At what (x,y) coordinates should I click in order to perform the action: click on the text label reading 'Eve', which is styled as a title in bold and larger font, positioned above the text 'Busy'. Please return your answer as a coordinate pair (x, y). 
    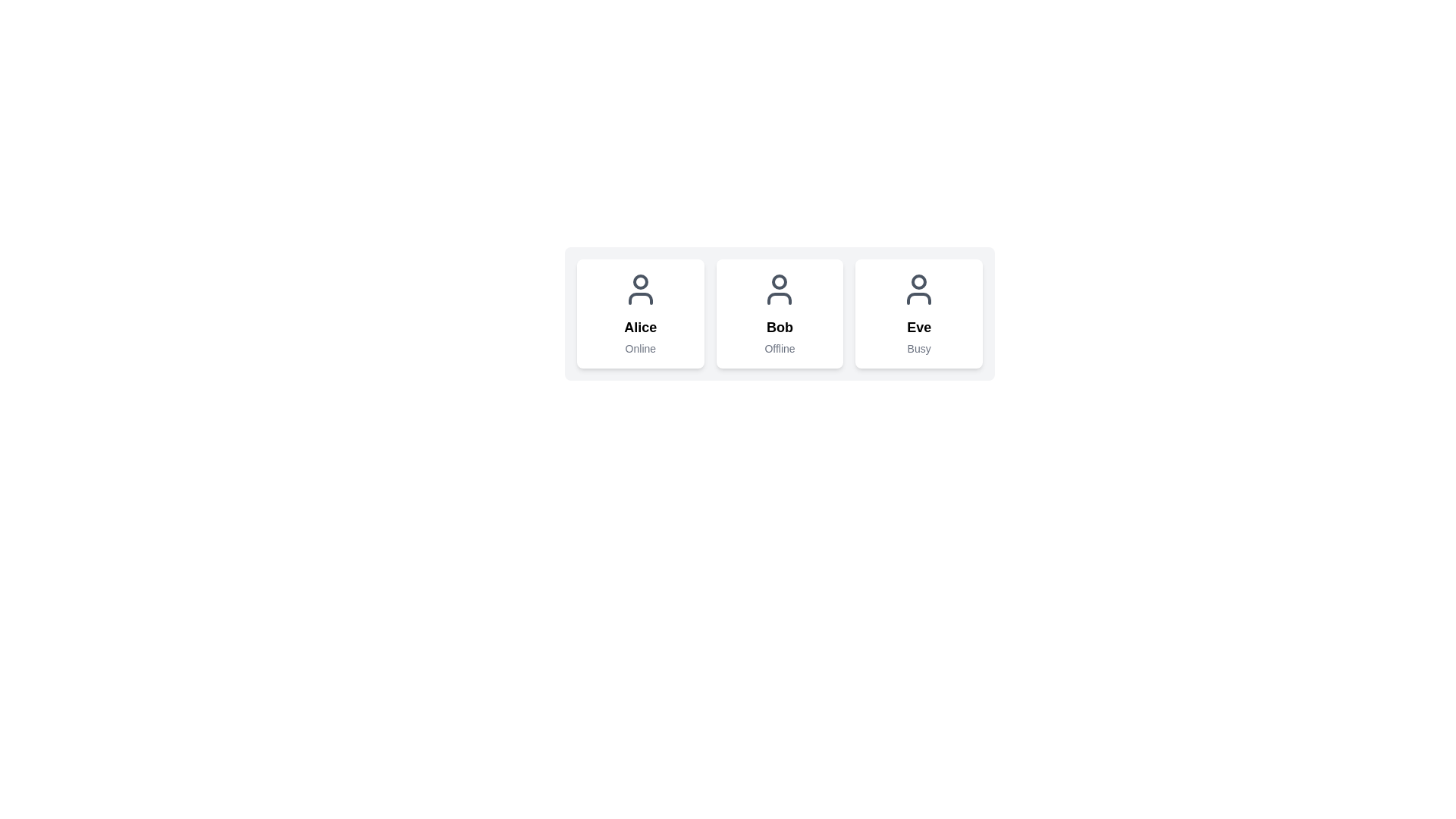
    Looking at the image, I should click on (918, 327).